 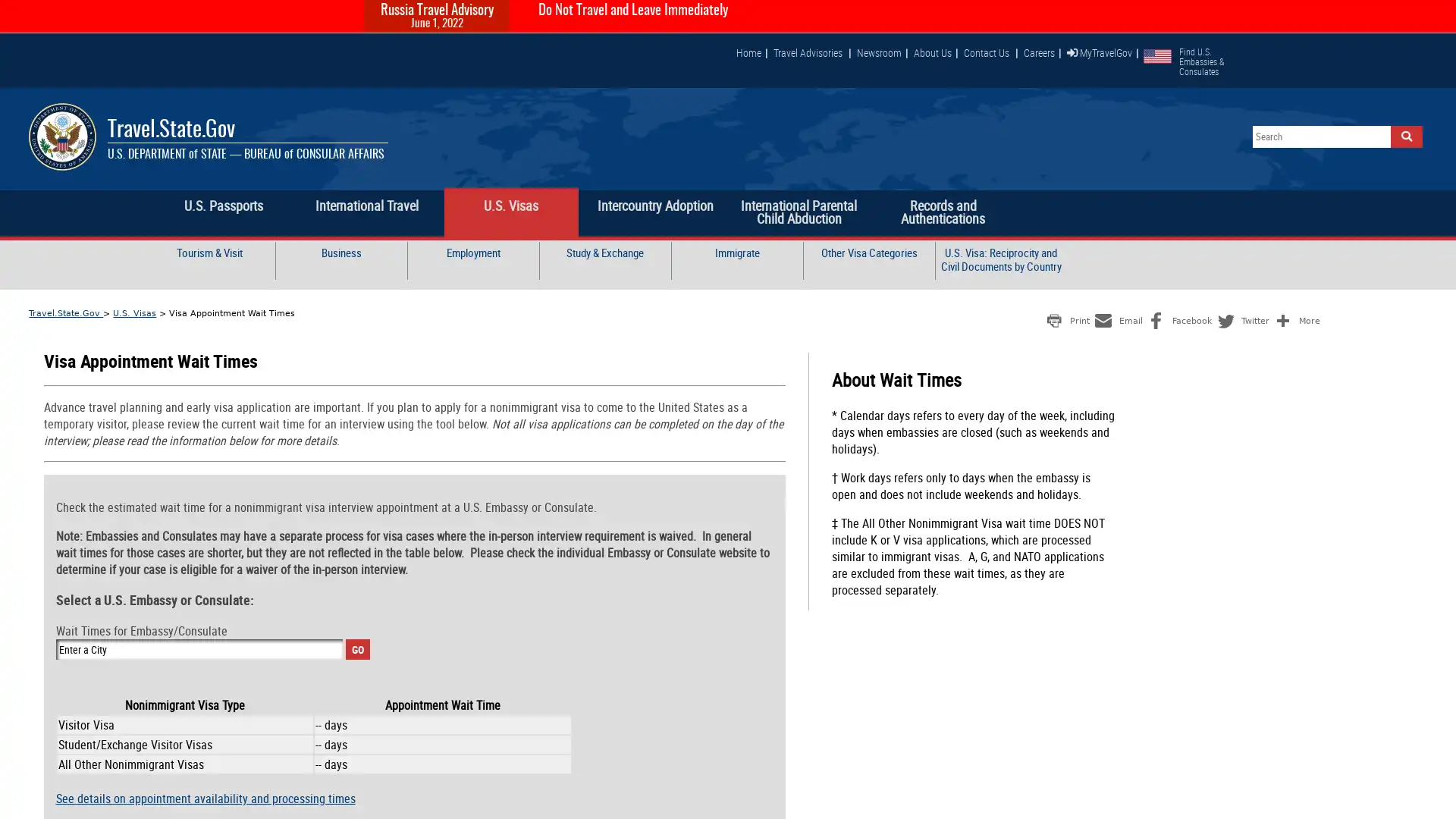 What do you see at coordinates (1241, 318) in the screenshot?
I see `Share to Twitter Twitter` at bounding box center [1241, 318].